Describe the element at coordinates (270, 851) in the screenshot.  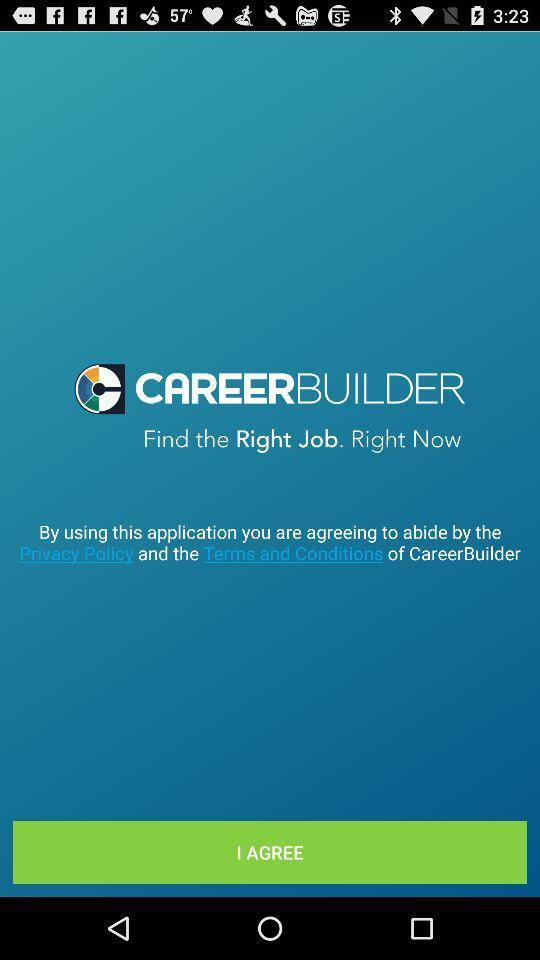
I see `i agree icon` at that location.